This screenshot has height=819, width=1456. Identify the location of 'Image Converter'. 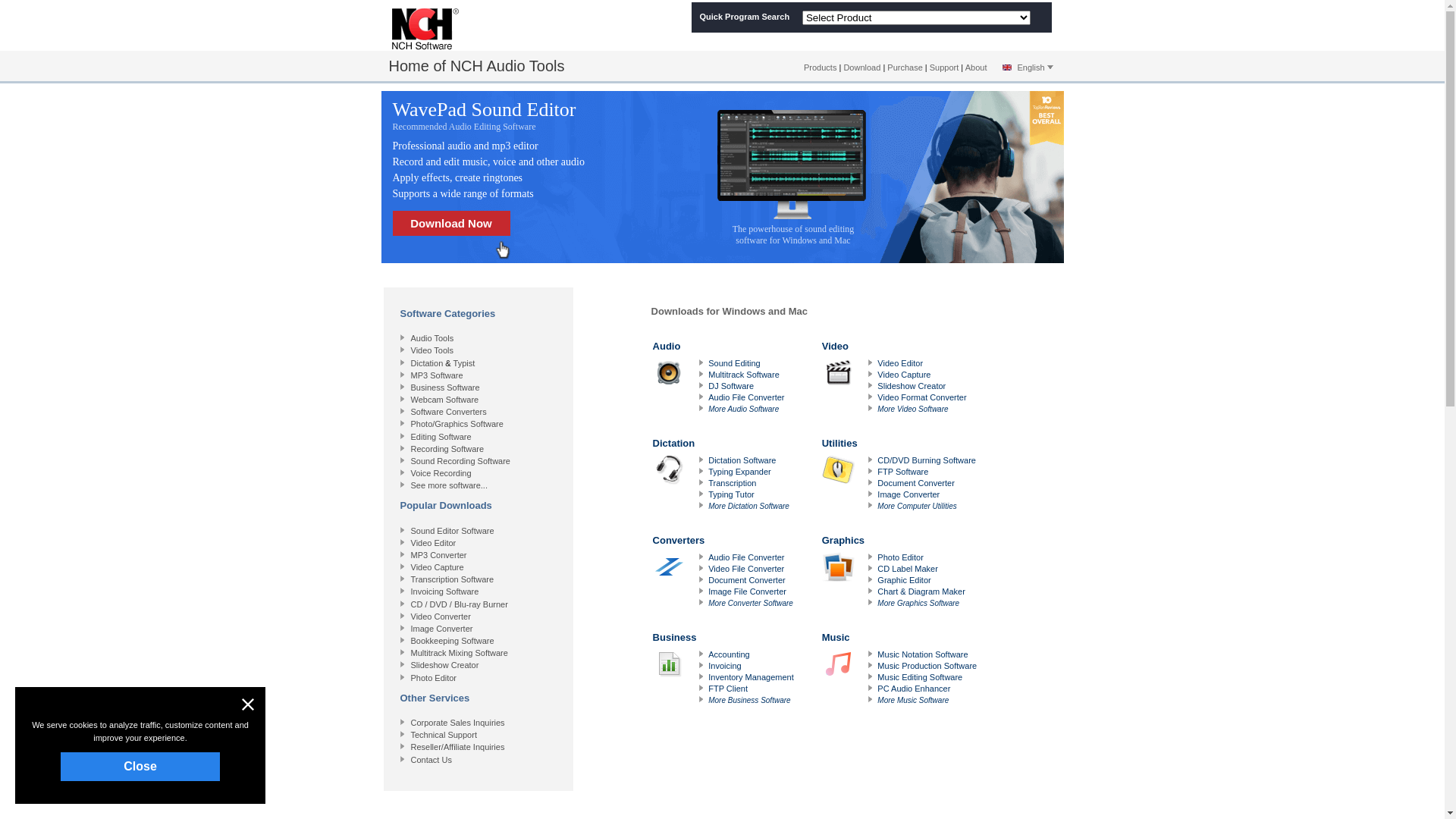
(908, 494).